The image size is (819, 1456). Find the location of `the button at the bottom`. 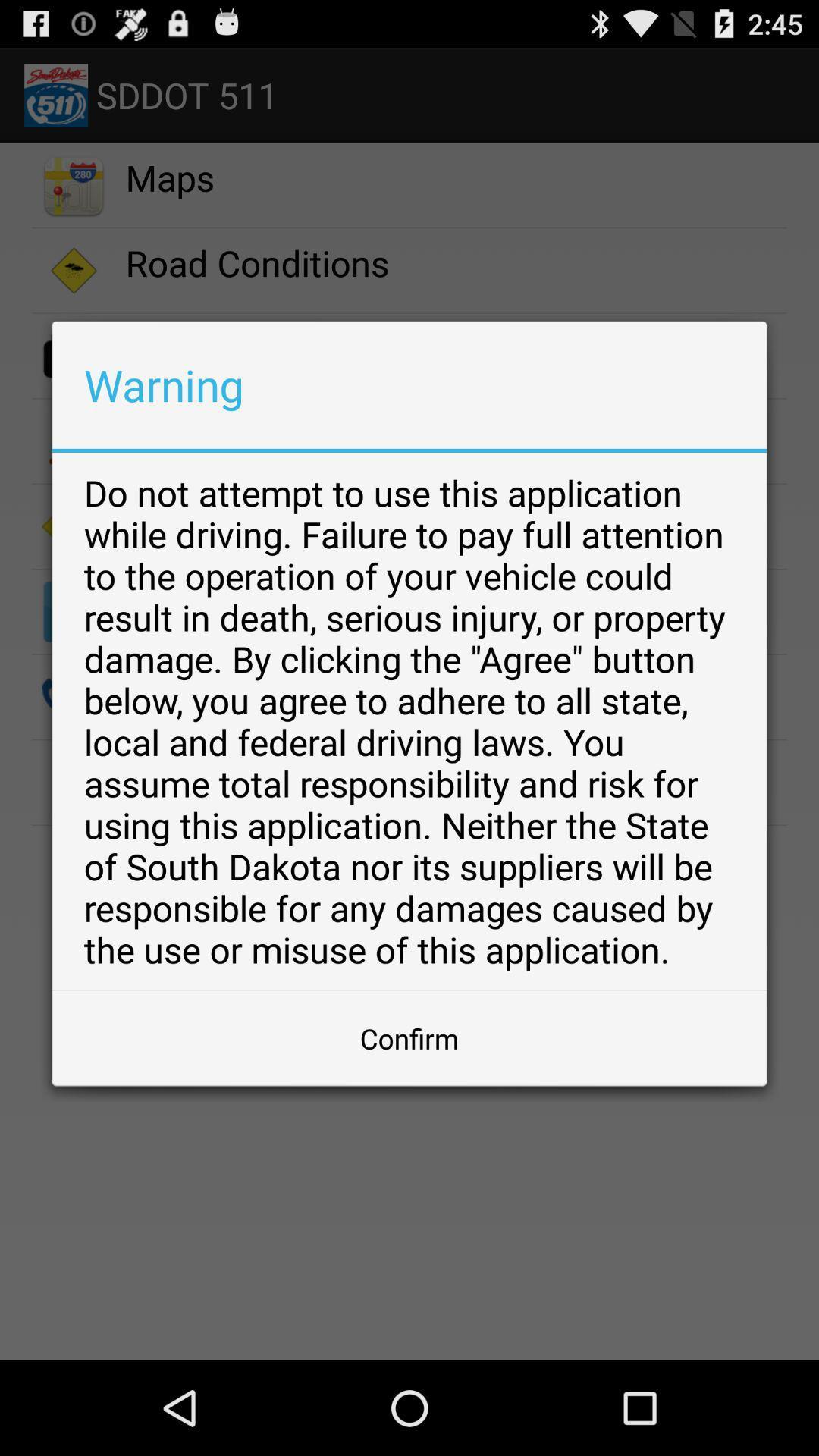

the button at the bottom is located at coordinates (409, 1037).